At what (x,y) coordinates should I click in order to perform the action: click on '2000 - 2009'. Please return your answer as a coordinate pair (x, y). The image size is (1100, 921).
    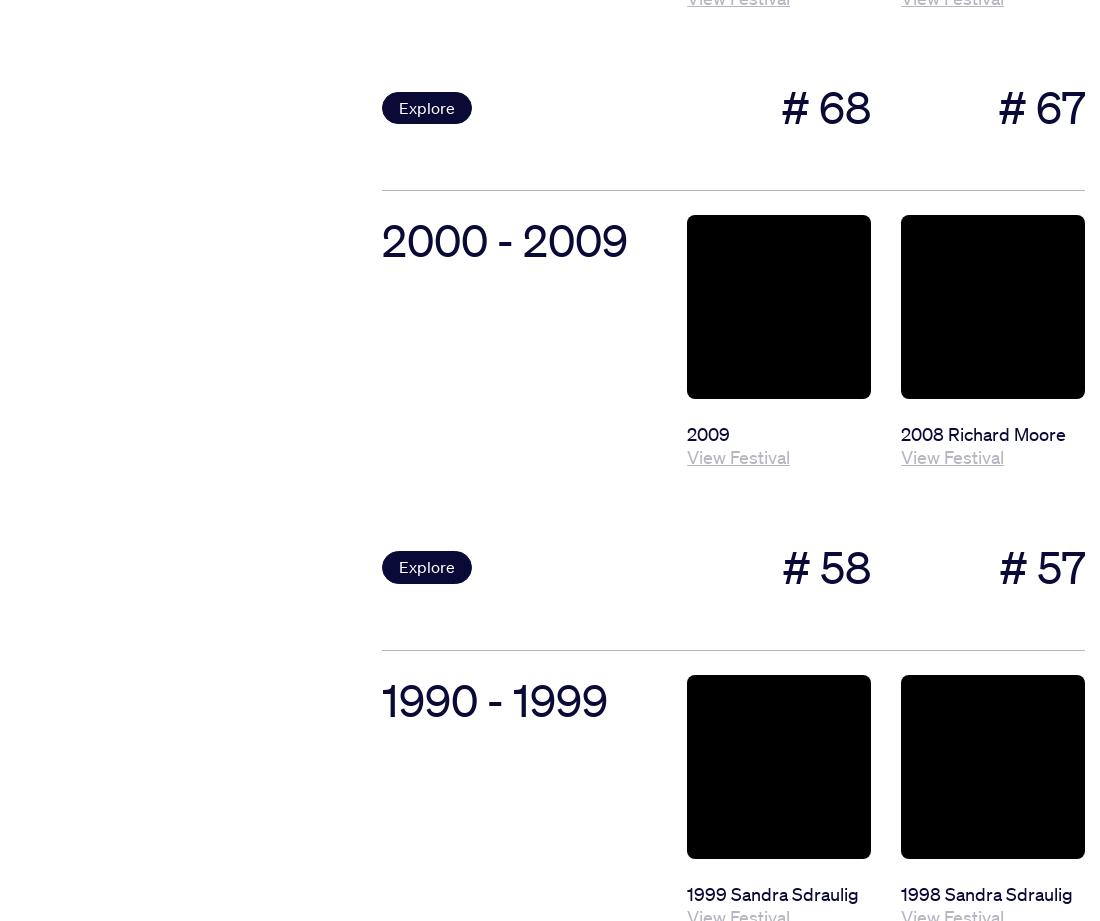
    Looking at the image, I should click on (504, 238).